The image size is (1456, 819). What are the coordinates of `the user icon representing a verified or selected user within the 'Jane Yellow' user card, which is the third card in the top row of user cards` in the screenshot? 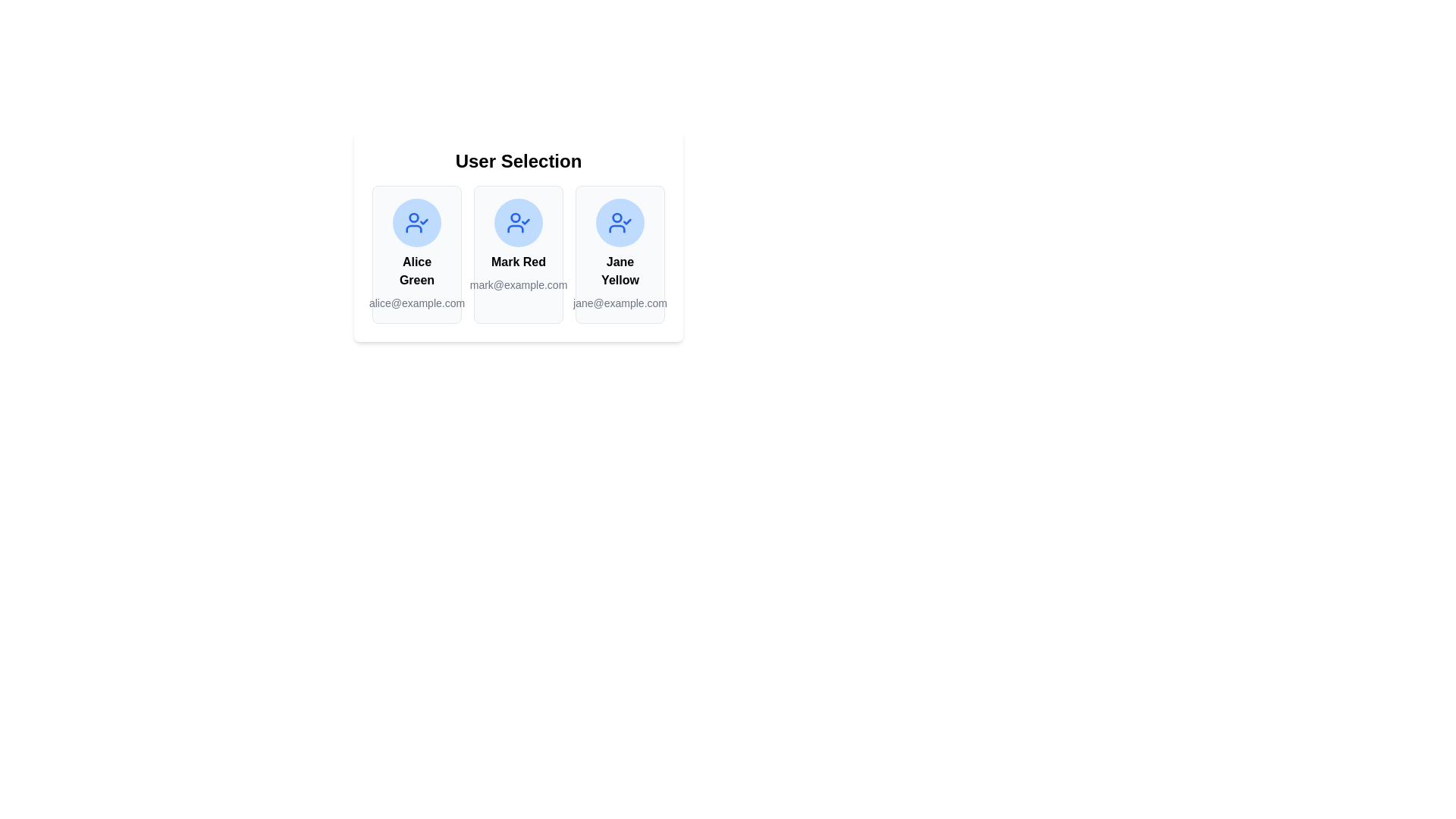 It's located at (620, 222).